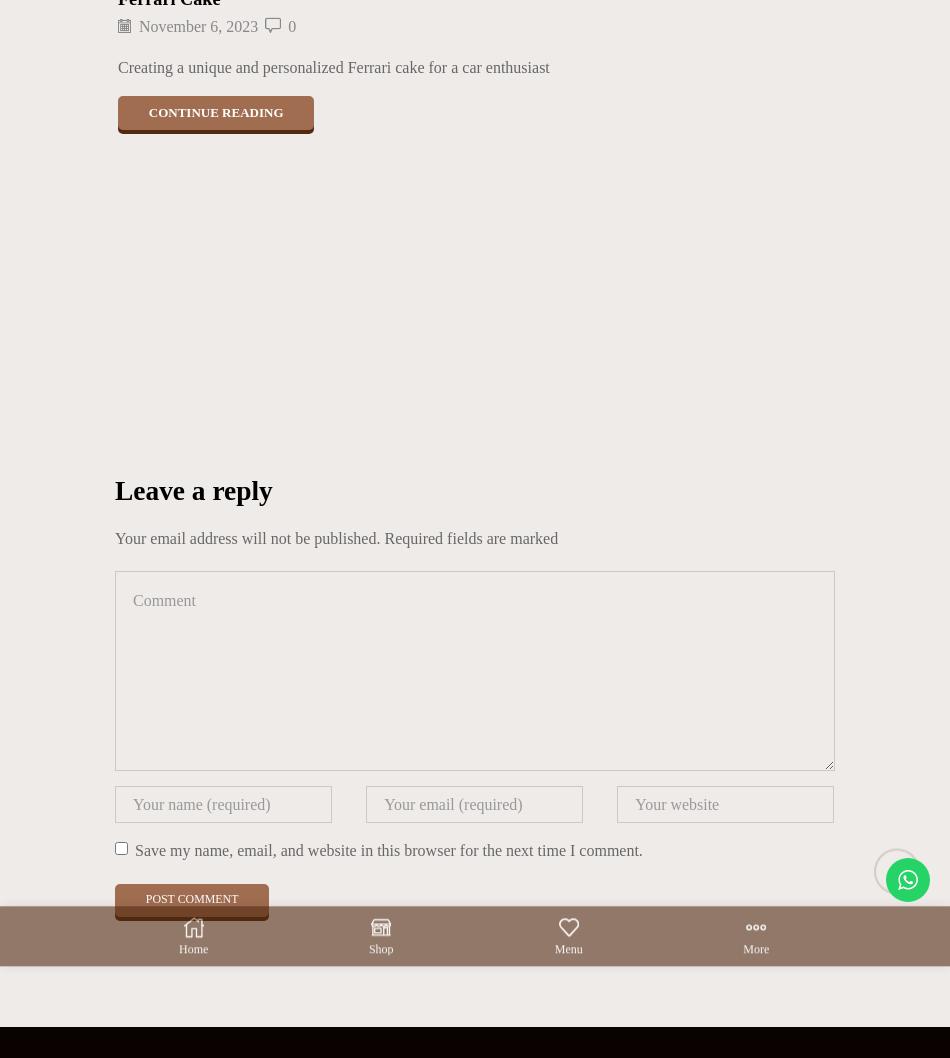  I want to click on 'November 6, 2023', so click(198, 26).